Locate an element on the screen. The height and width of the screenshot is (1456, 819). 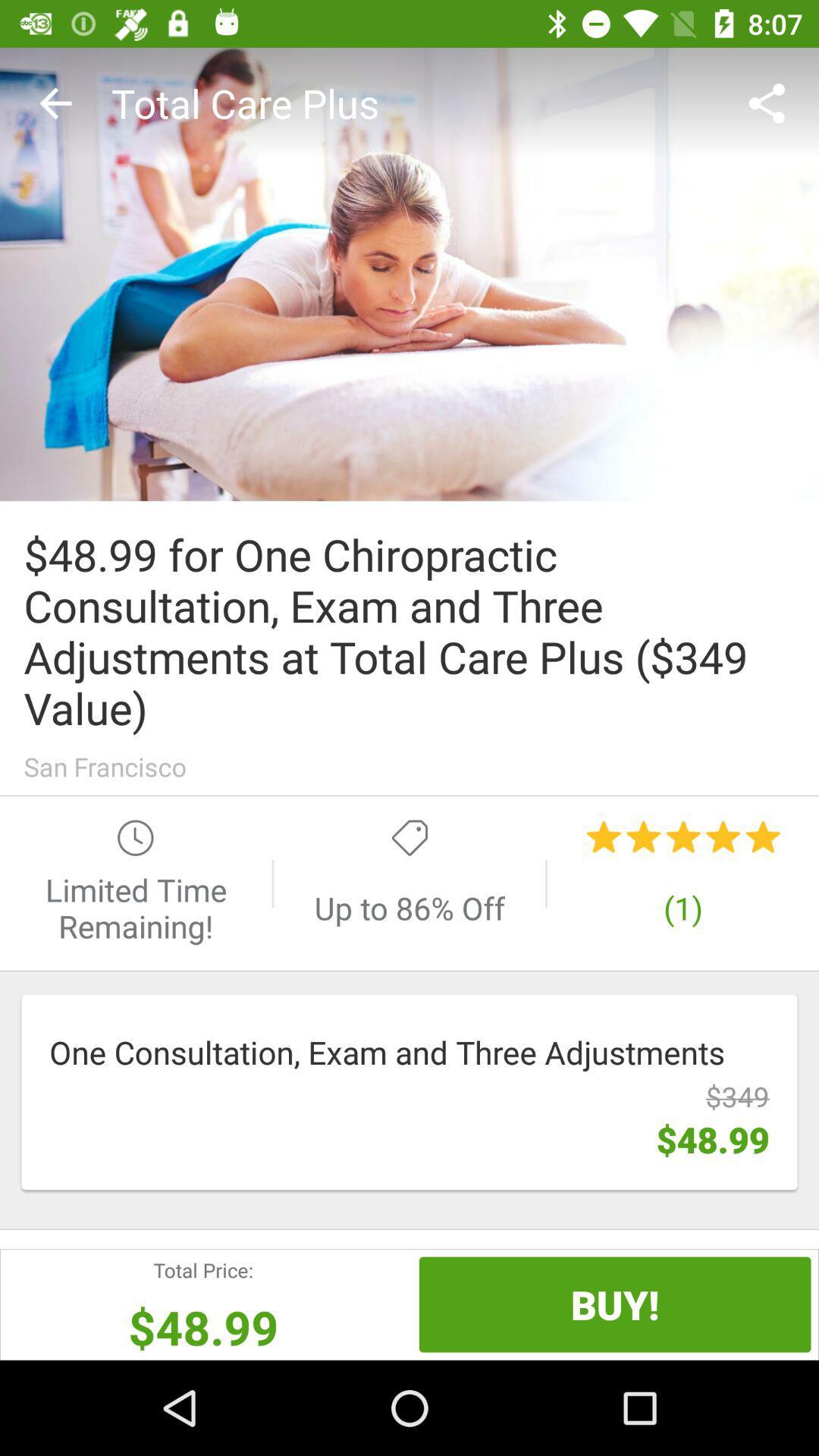
the icon to the right of the total care plus icon is located at coordinates (771, 102).